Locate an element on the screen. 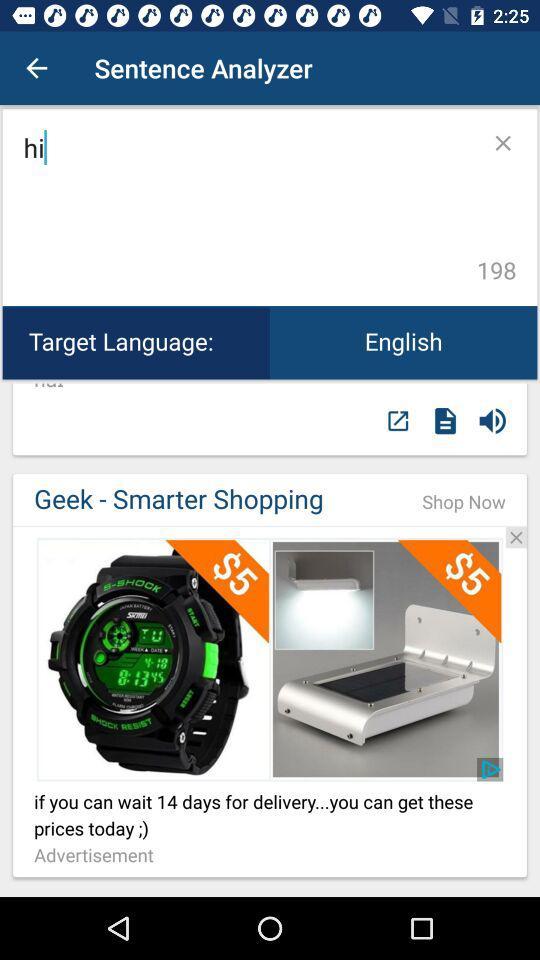 This screenshot has height=960, width=540. item to the left of 198 item is located at coordinates (246, 207).